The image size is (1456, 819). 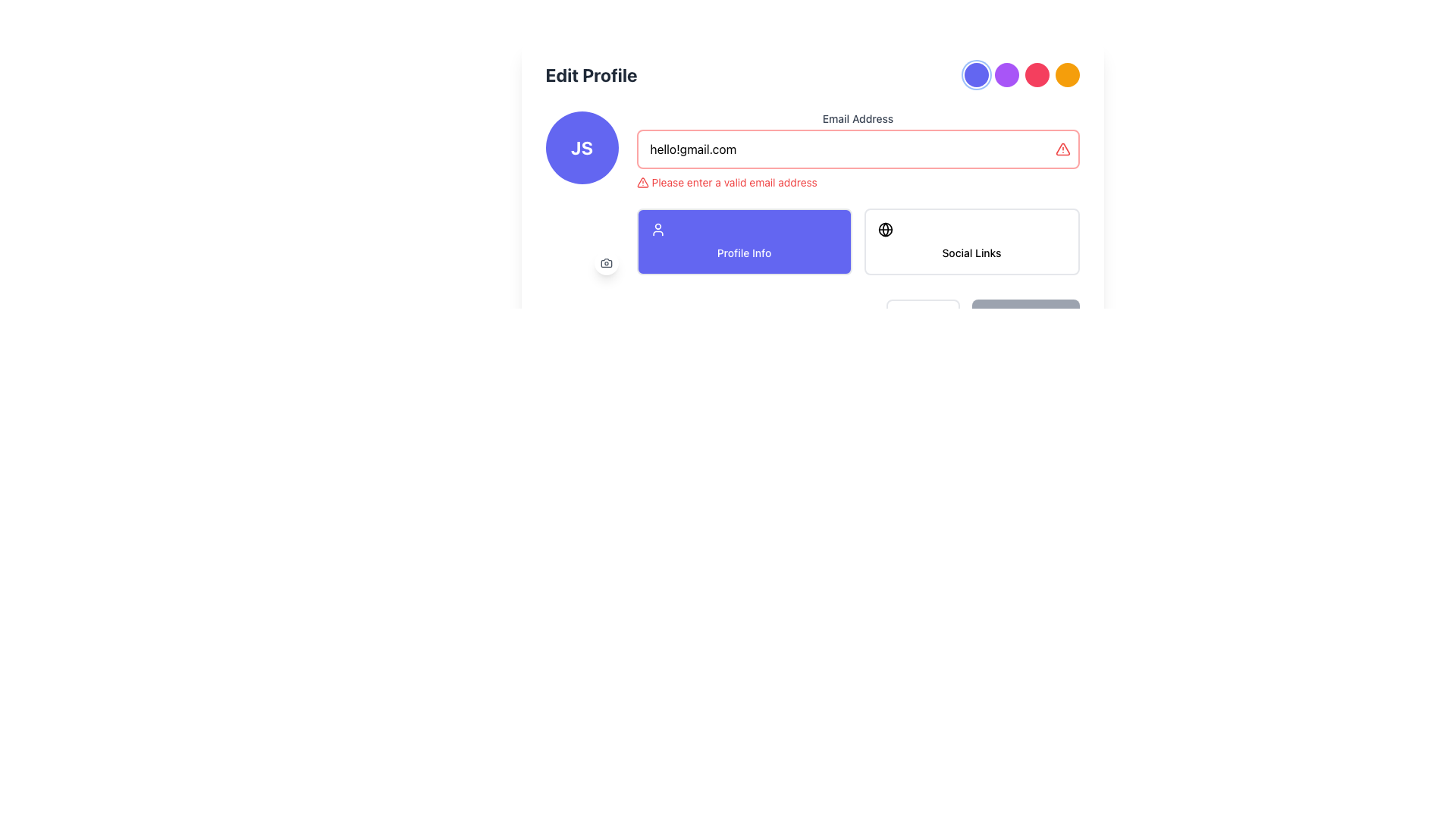 What do you see at coordinates (858, 151) in the screenshot?
I see `the email input field, which has a red border indicating an error state and is labeled 'Email Address' above it` at bounding box center [858, 151].